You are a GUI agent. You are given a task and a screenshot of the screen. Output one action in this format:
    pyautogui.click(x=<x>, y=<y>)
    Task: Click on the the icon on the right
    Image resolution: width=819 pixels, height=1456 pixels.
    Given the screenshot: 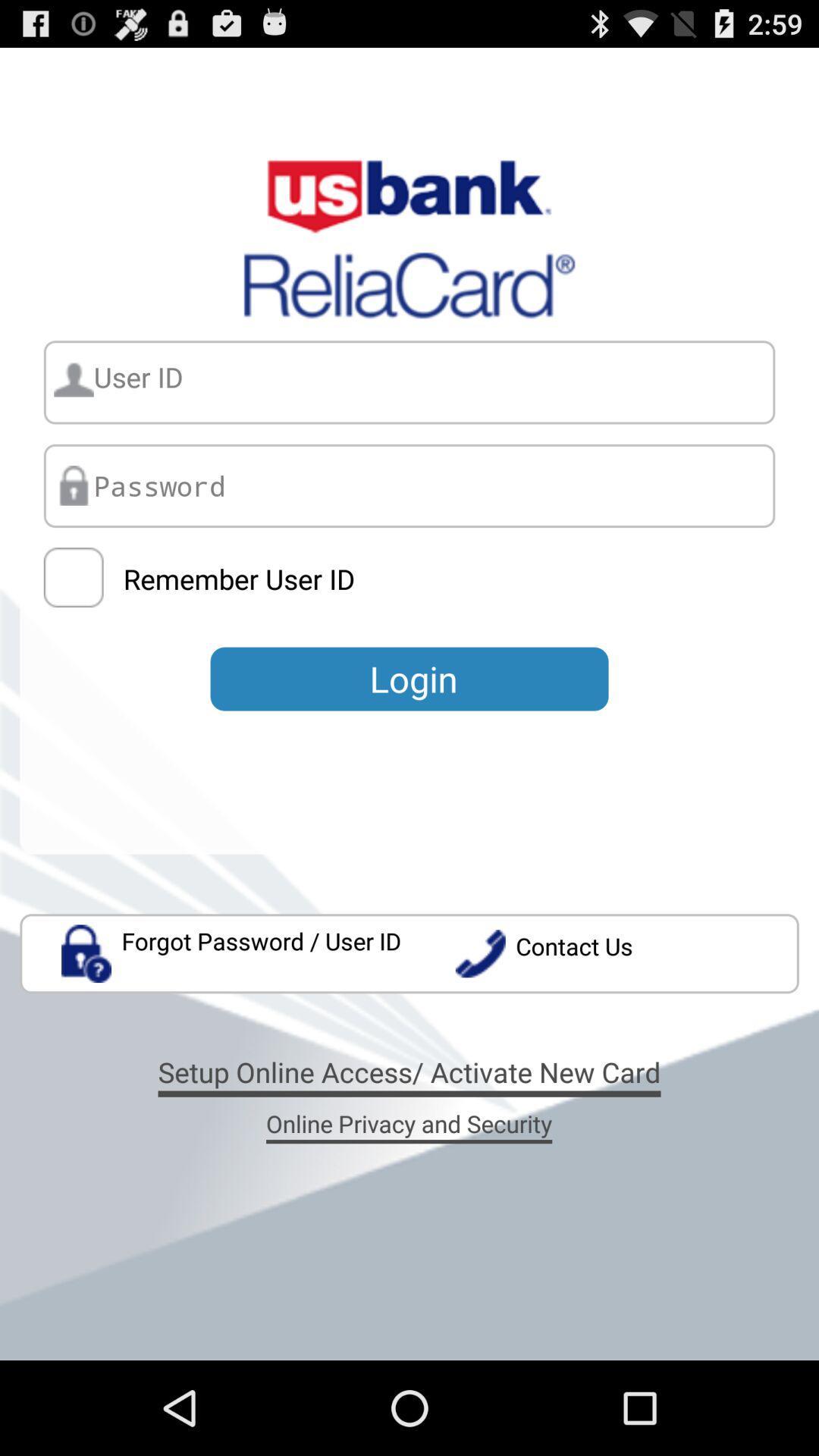 What is the action you would take?
    pyautogui.click(x=626, y=952)
    